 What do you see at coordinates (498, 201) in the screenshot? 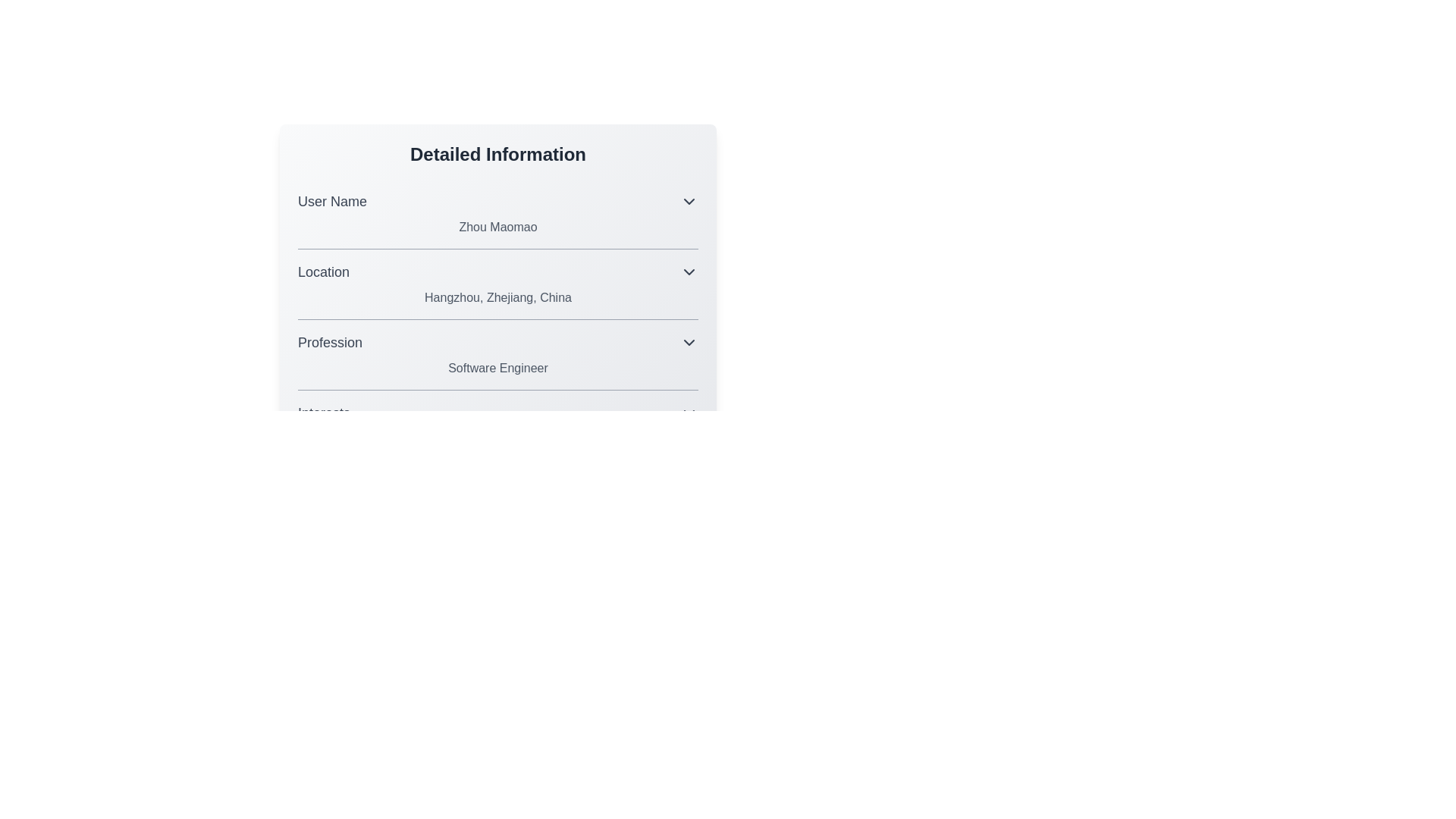
I see `the 'User Name' dropdown menu element, which is the first selectable option in the 'Detailed Information' section, to activate its styling` at bounding box center [498, 201].